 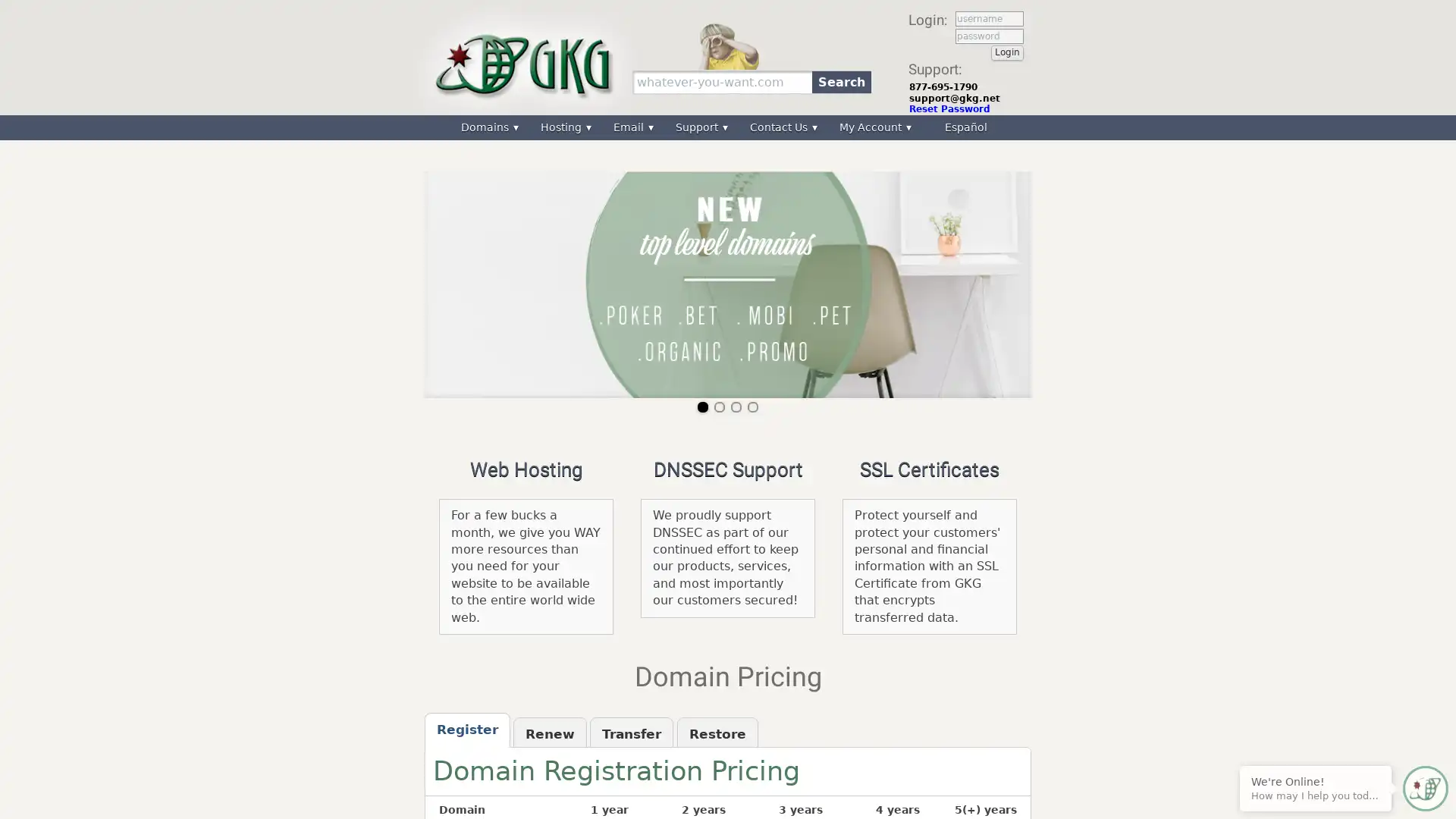 I want to click on Login, so click(x=1007, y=52).